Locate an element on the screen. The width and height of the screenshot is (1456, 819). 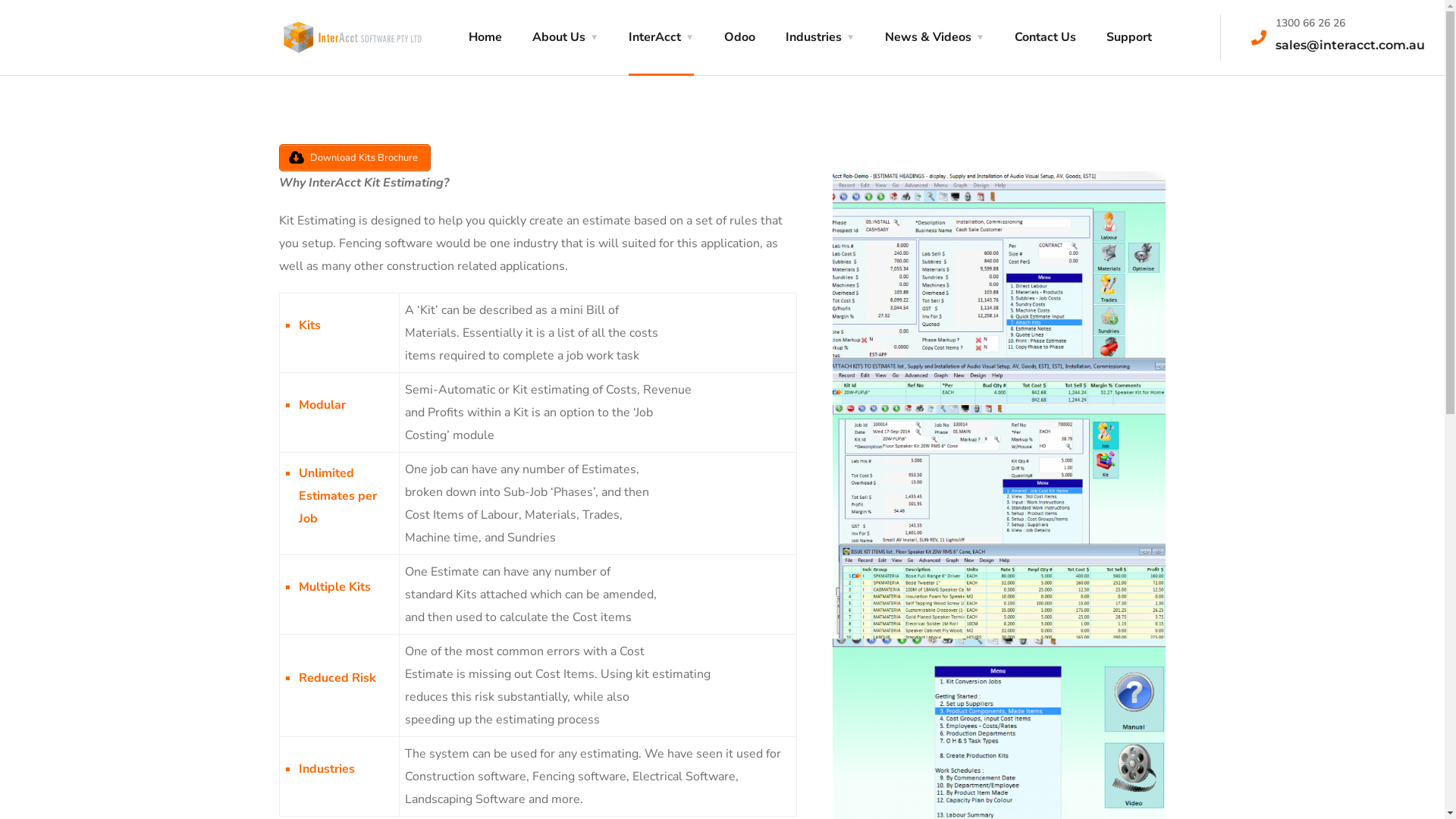
'Odoo' is located at coordinates (739, 36).